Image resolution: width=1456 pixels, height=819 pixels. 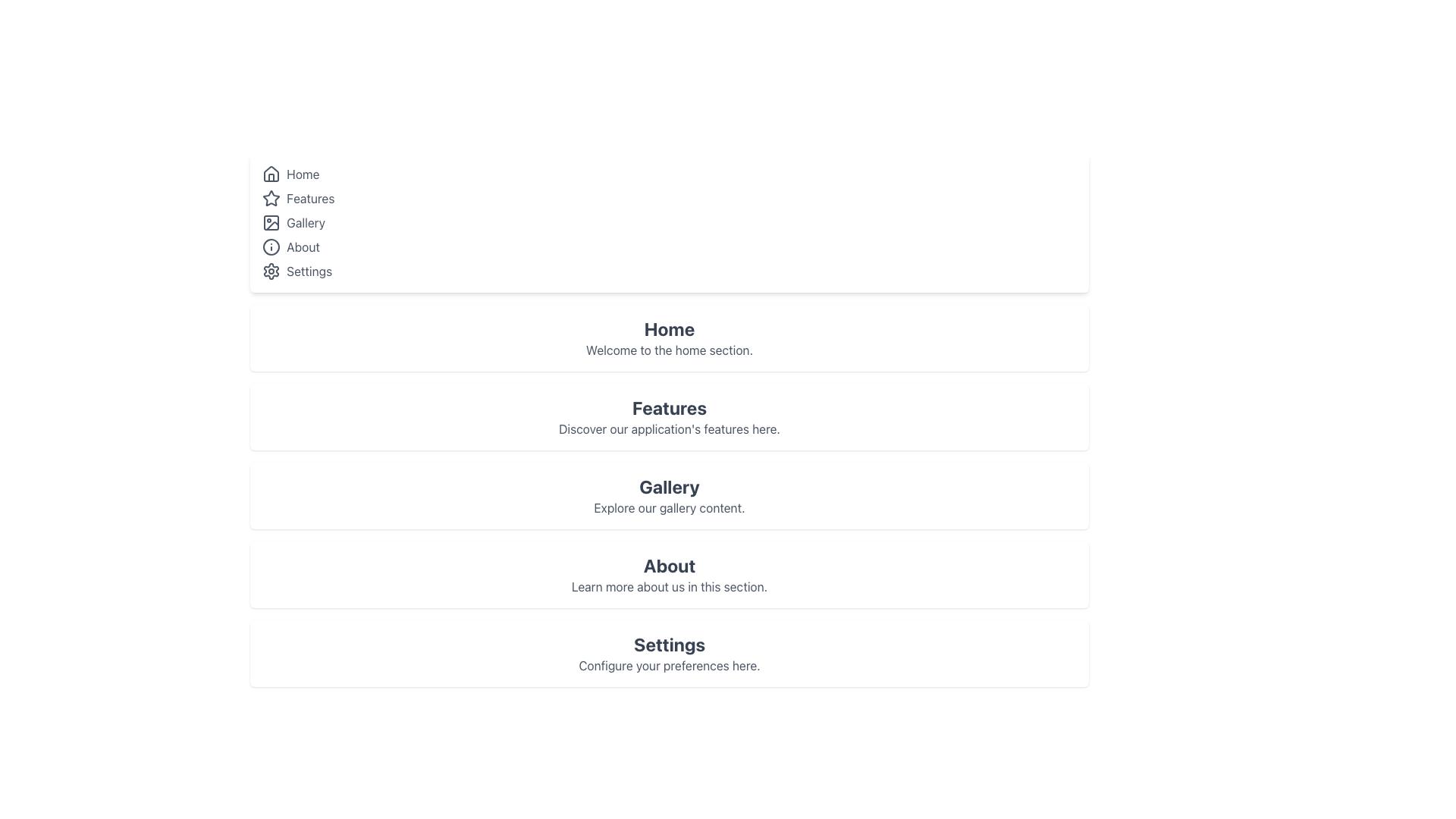 What do you see at coordinates (309, 198) in the screenshot?
I see `the 'Features' text label in the vertical navigation menu for keyboard navigation` at bounding box center [309, 198].